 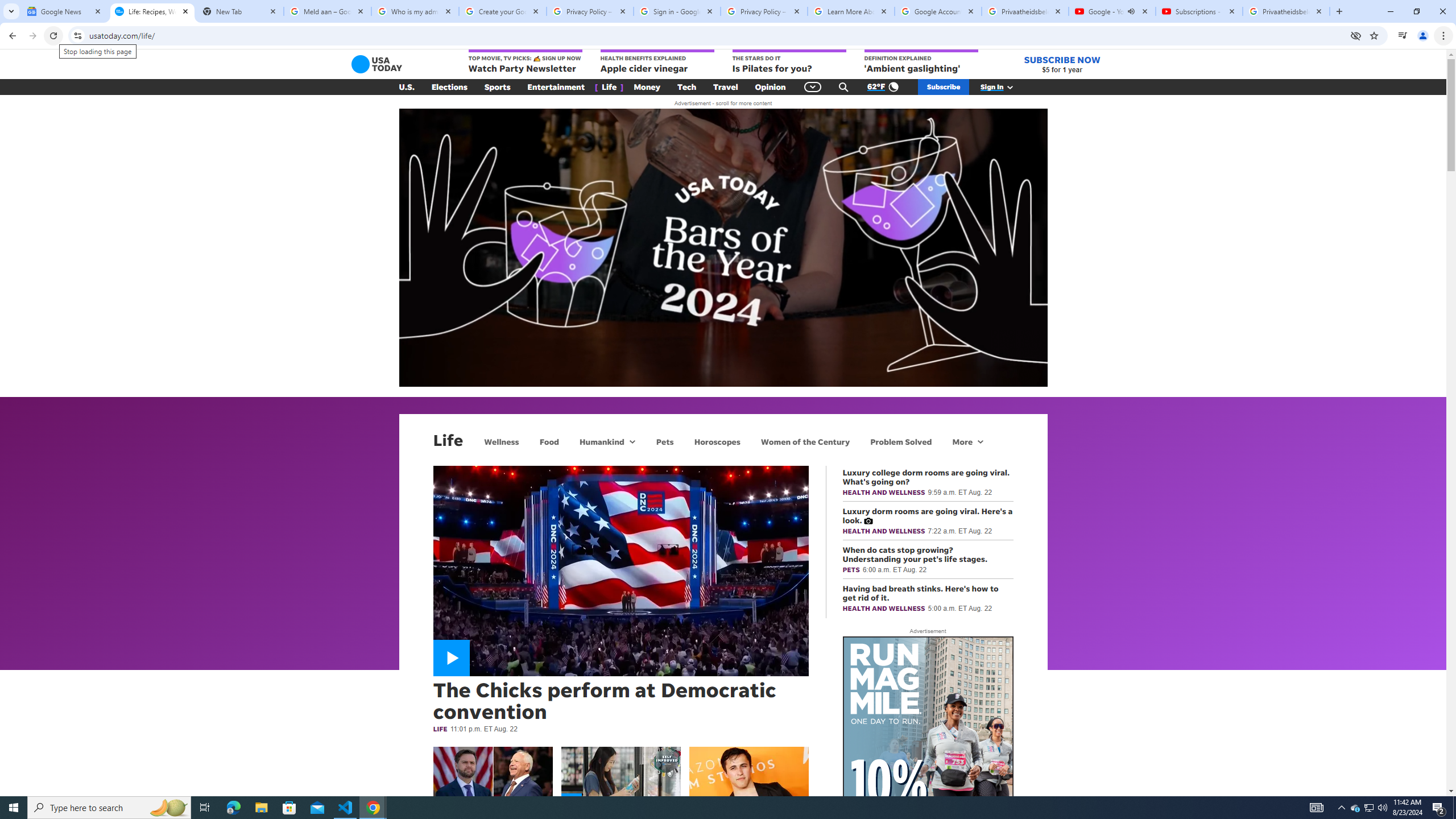 What do you see at coordinates (556, 87) in the screenshot?
I see `'Entertainment'` at bounding box center [556, 87].